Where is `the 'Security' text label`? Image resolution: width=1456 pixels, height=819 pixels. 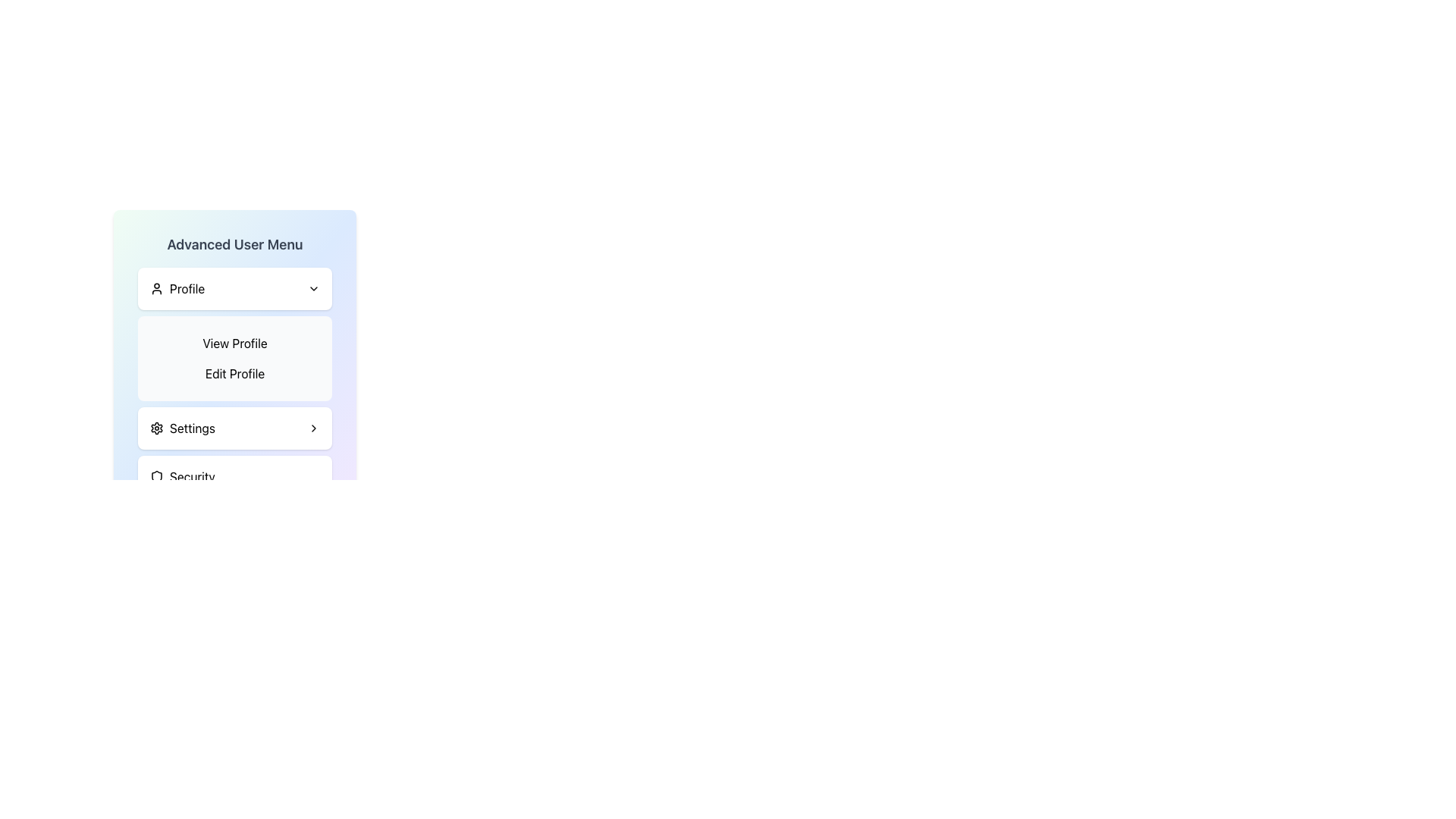
the 'Security' text label is located at coordinates (191, 475).